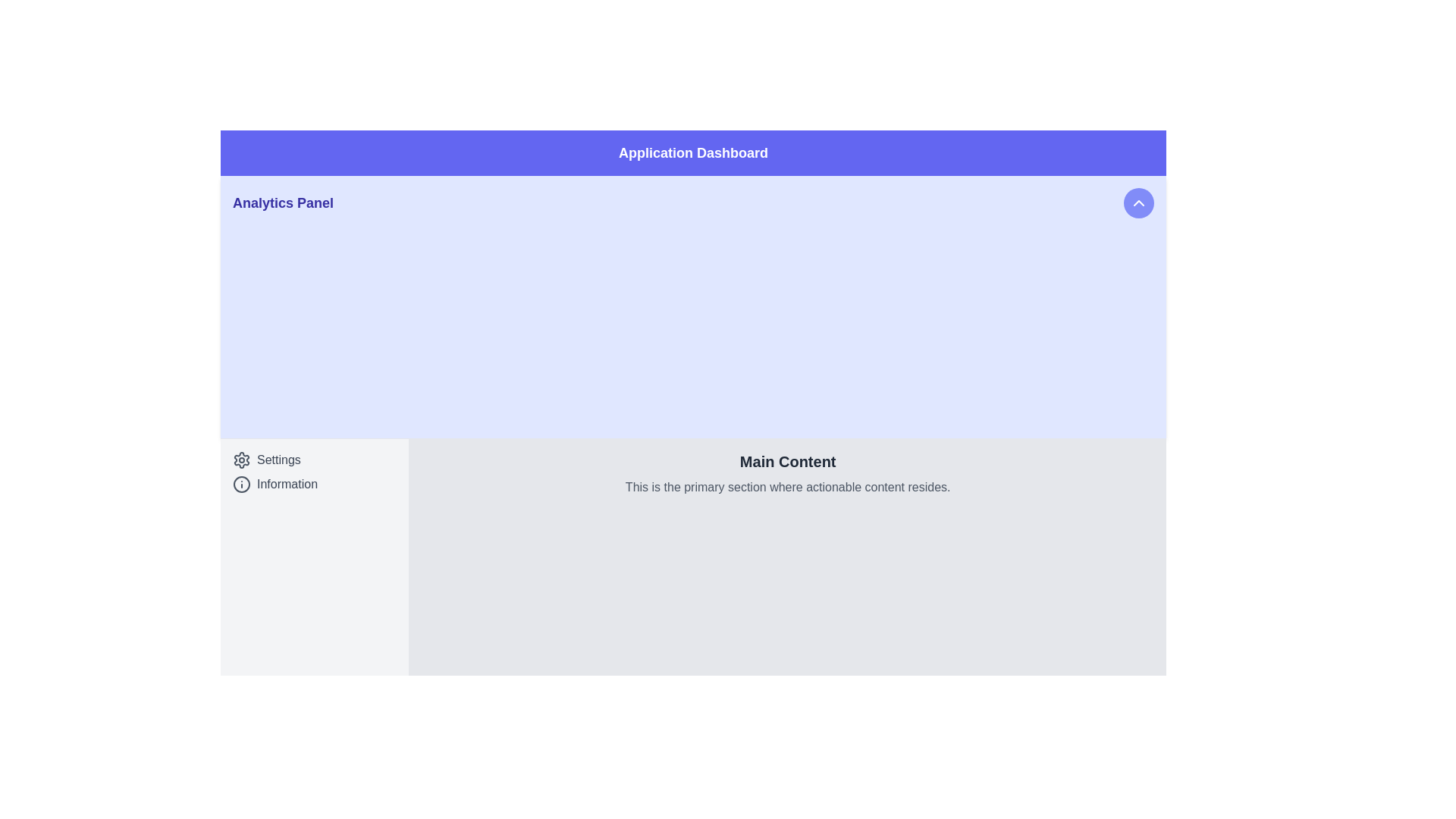  Describe the element at coordinates (788, 460) in the screenshot. I see `the 'Main Content' text label, which is bold, large, and dark gray, located near the top-middle of the primary content section` at that location.